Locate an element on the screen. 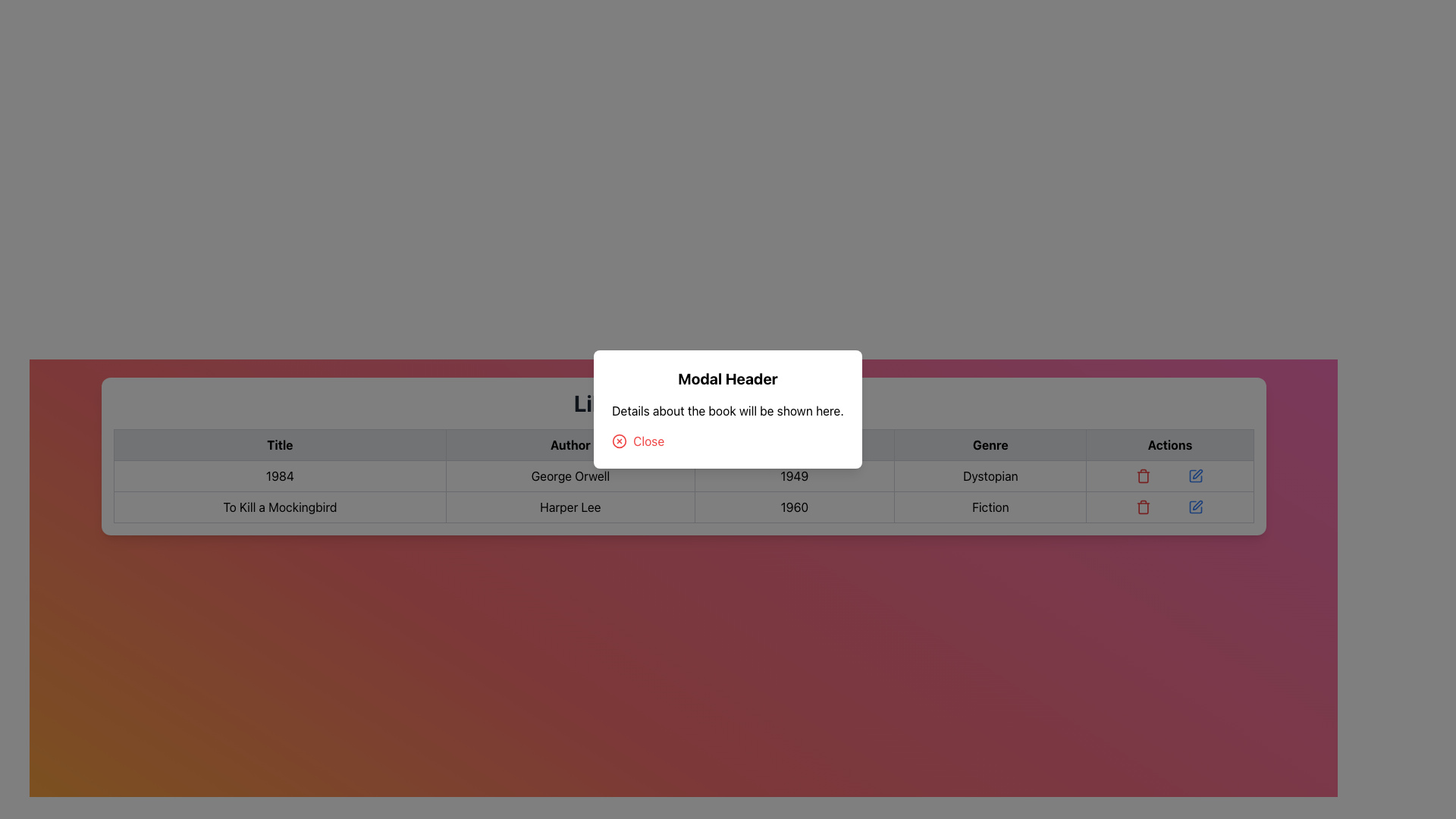  the red trash icon button for deleting the book '1984' is located at coordinates (1144, 475).